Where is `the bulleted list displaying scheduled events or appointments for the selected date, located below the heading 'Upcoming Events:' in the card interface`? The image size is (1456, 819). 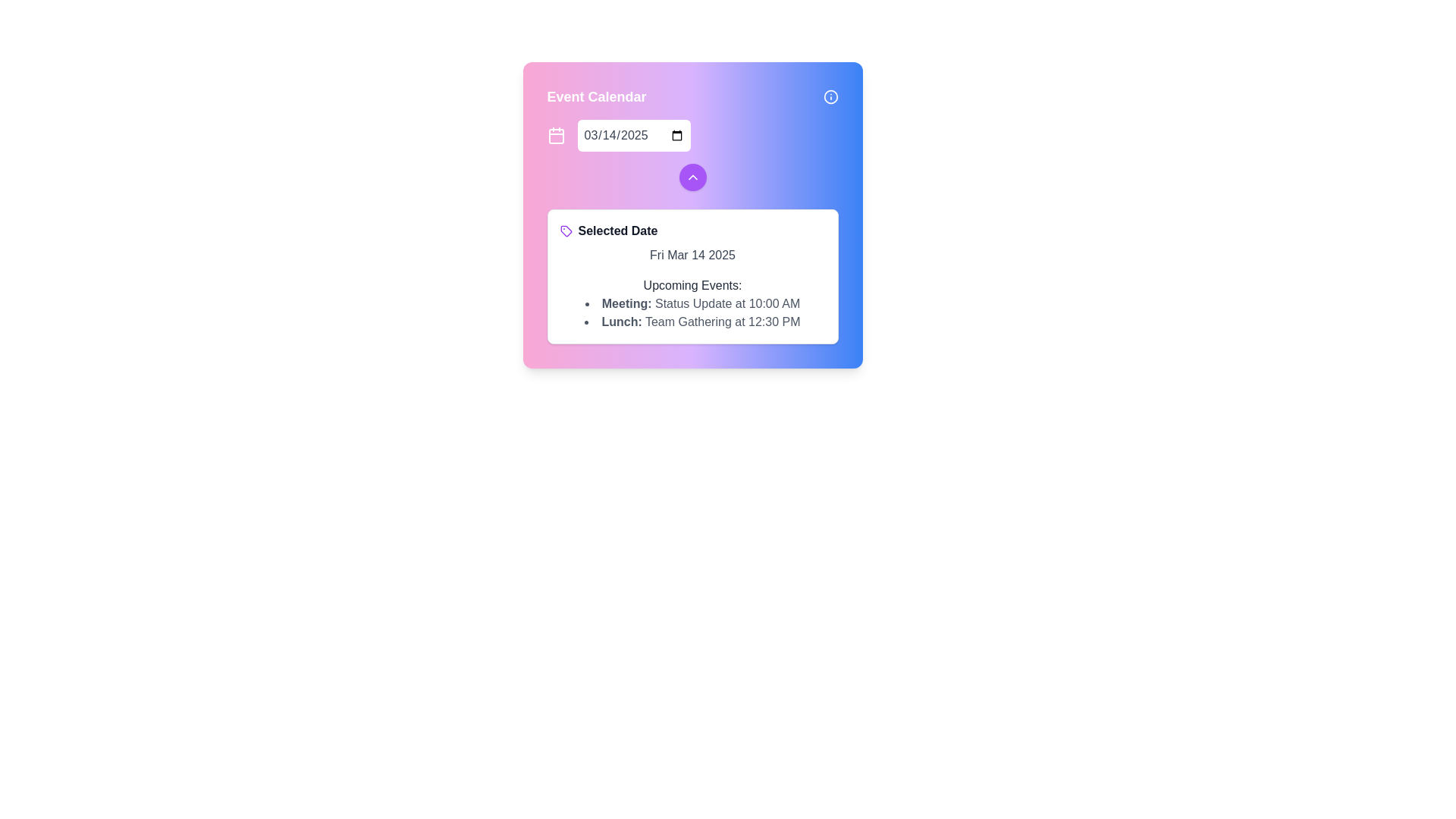
the bulleted list displaying scheduled events or appointments for the selected date, located below the heading 'Upcoming Events:' in the card interface is located at coordinates (692, 312).